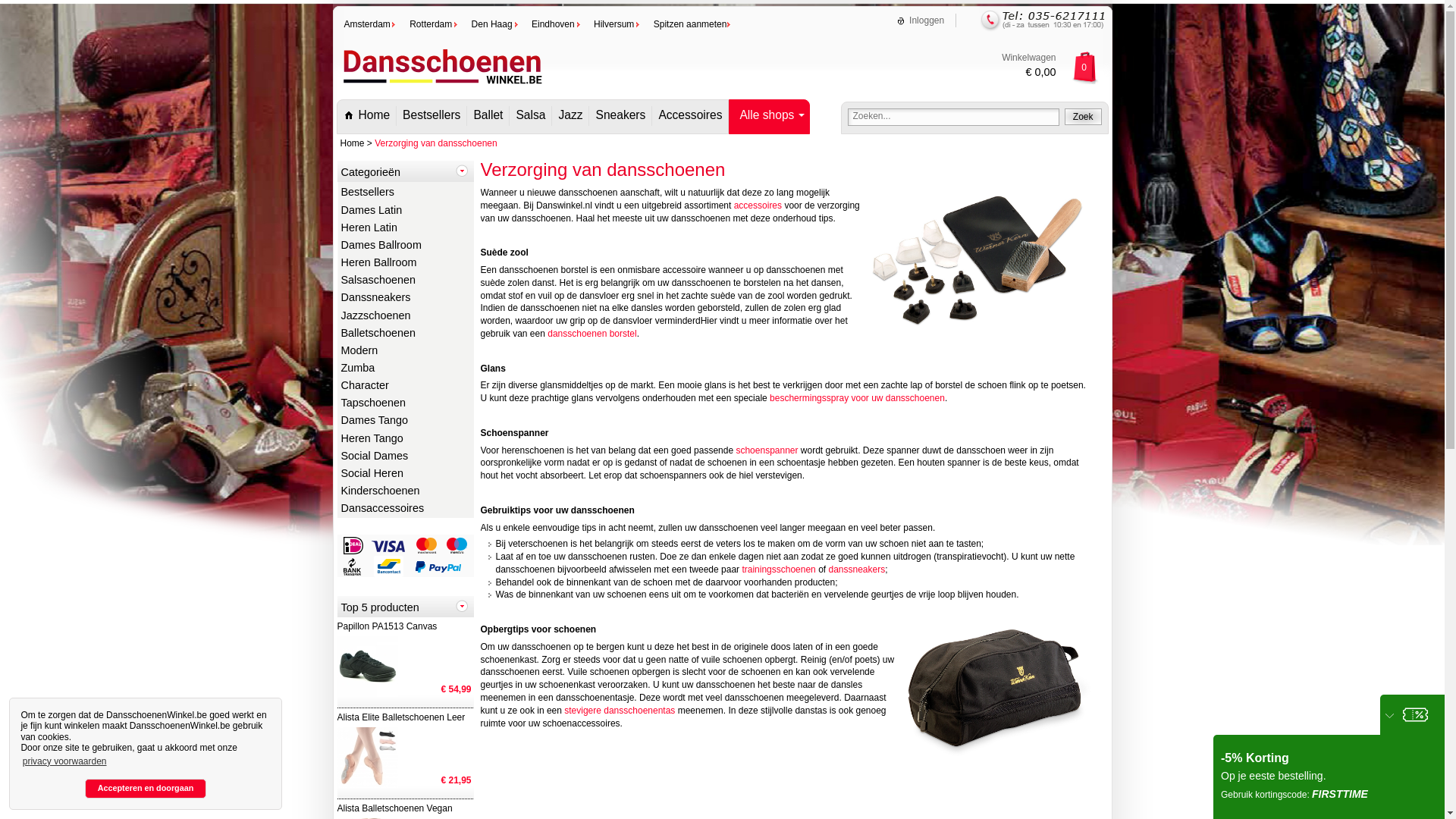 This screenshot has width=1456, height=819. What do you see at coordinates (857, 397) in the screenshot?
I see `'beschermingsspray voor uw dansschoenen'` at bounding box center [857, 397].